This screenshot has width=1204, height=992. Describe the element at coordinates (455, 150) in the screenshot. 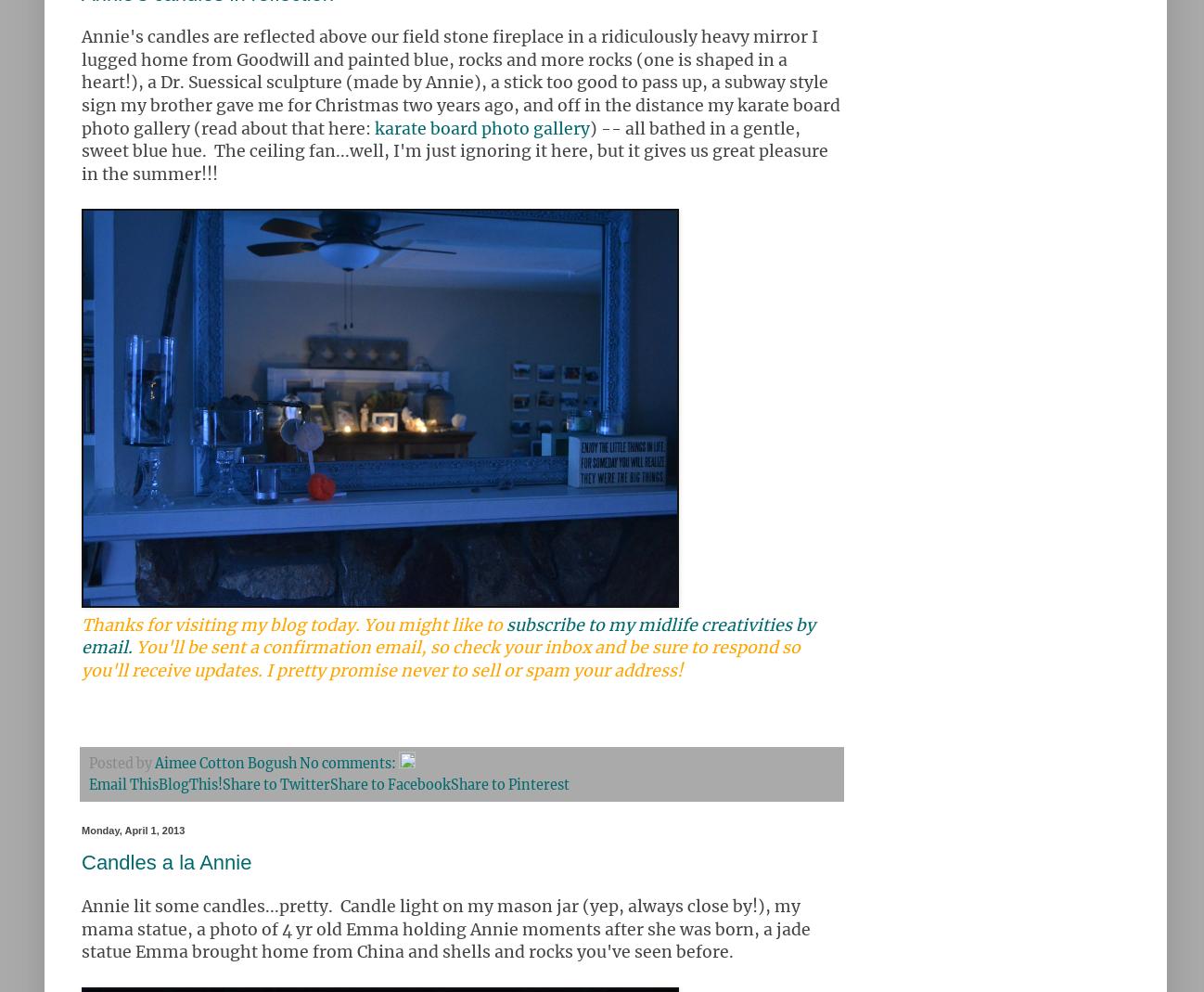

I see `') -- all bathed in a gentle, sweet blue hue.  The ceiling fan...well, I'm just ignoring it here, but it gives us great pleasure in the summer!!!'` at that location.